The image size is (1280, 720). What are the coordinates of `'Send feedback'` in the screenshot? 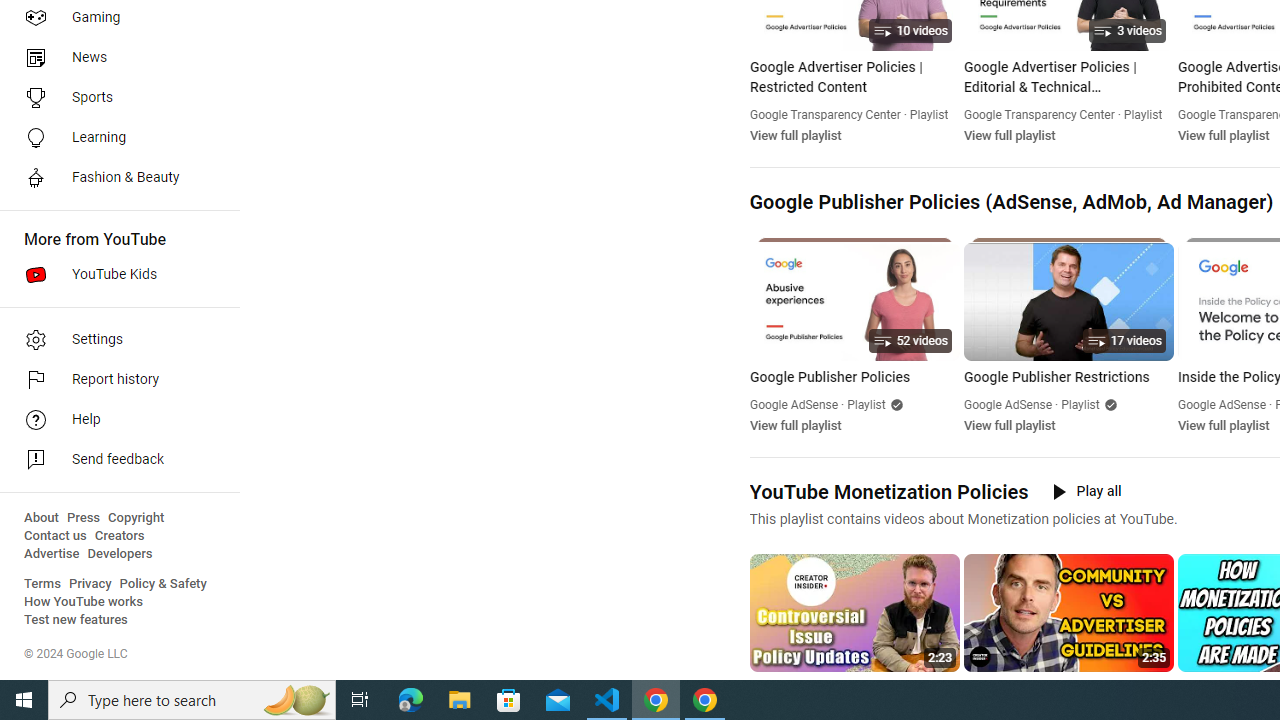 It's located at (112, 460).